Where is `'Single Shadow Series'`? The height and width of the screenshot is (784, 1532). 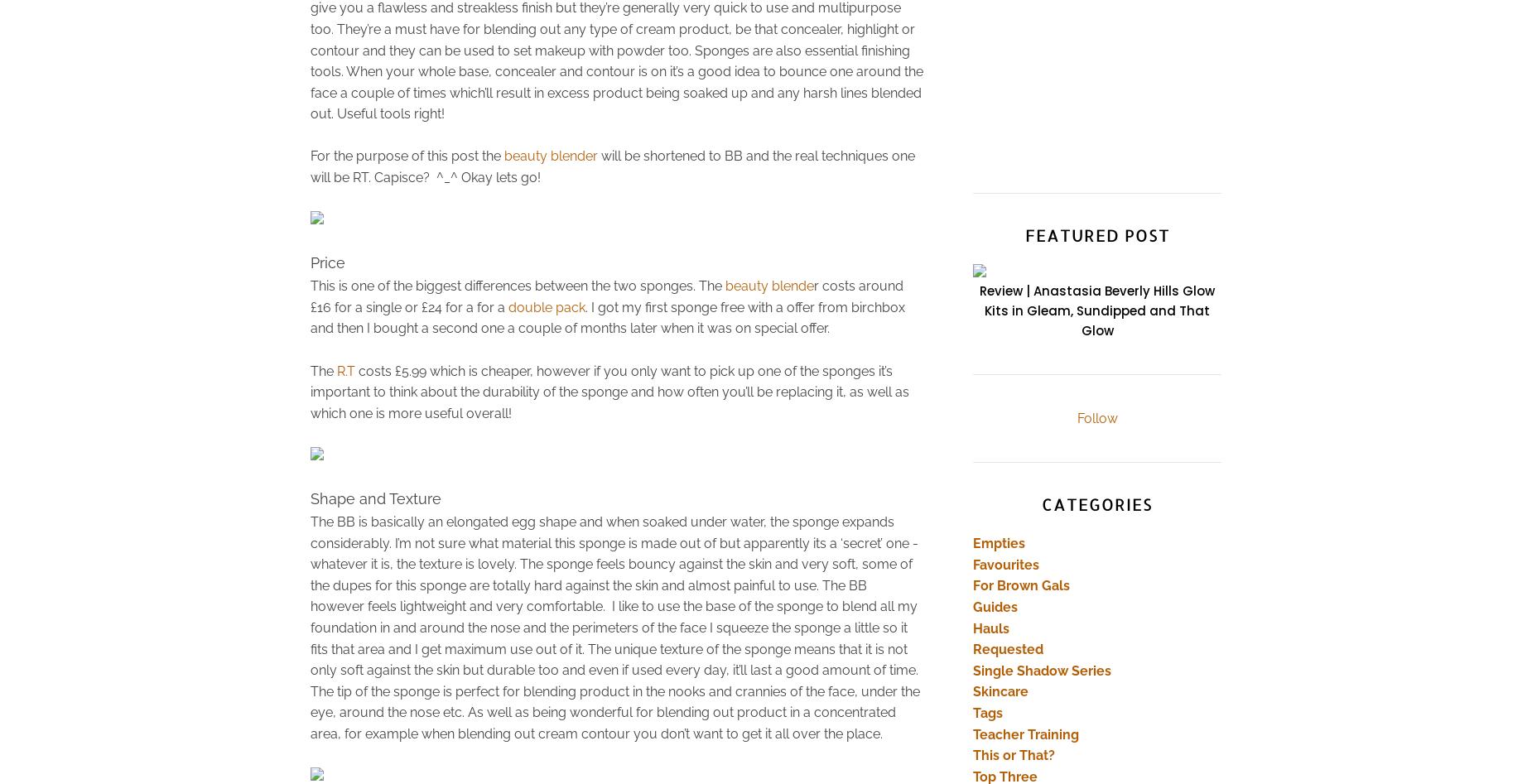
'Single Shadow Series' is located at coordinates (1041, 670).